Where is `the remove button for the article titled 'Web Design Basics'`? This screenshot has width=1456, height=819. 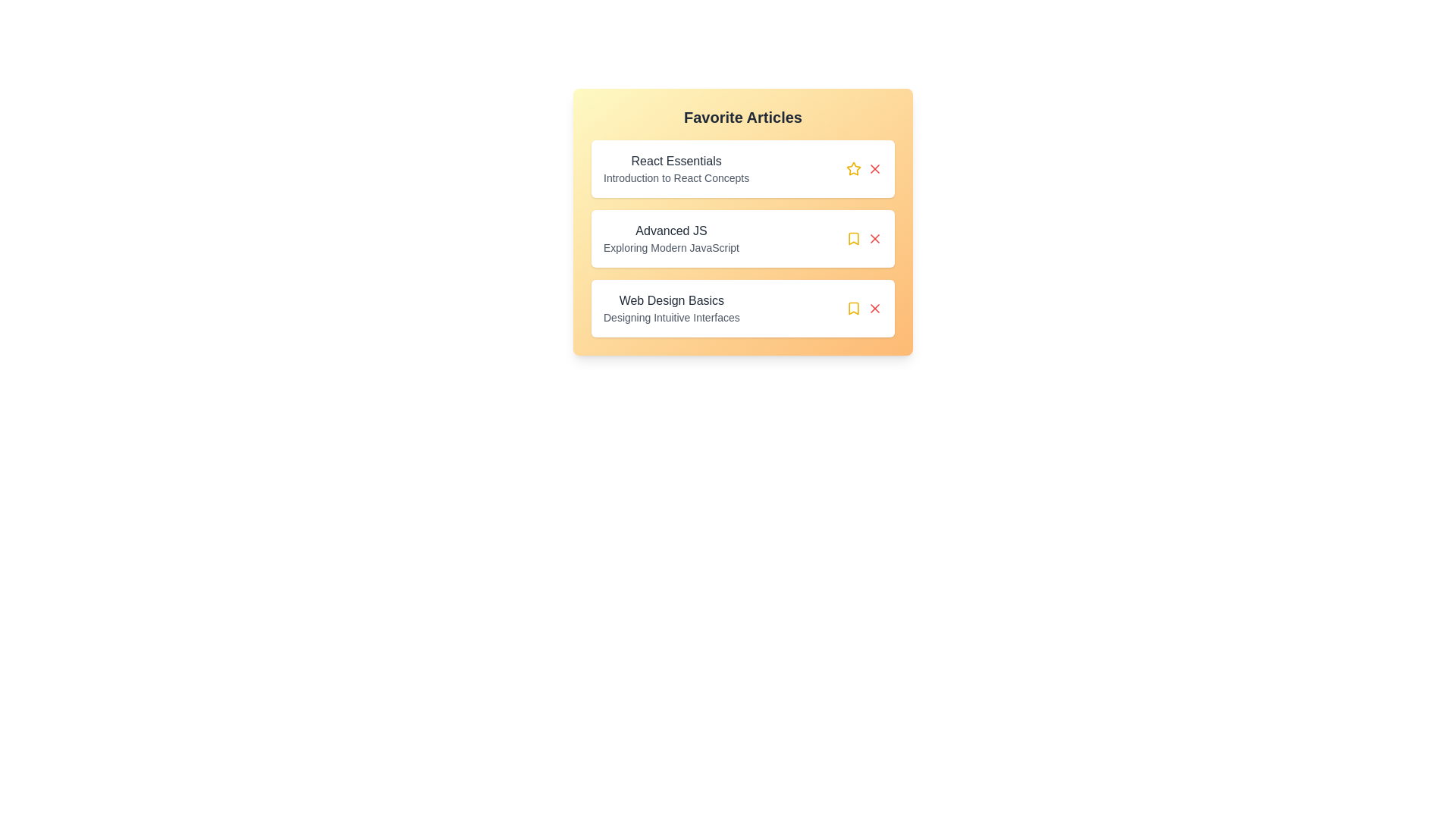
the remove button for the article titled 'Web Design Basics' is located at coordinates (874, 308).